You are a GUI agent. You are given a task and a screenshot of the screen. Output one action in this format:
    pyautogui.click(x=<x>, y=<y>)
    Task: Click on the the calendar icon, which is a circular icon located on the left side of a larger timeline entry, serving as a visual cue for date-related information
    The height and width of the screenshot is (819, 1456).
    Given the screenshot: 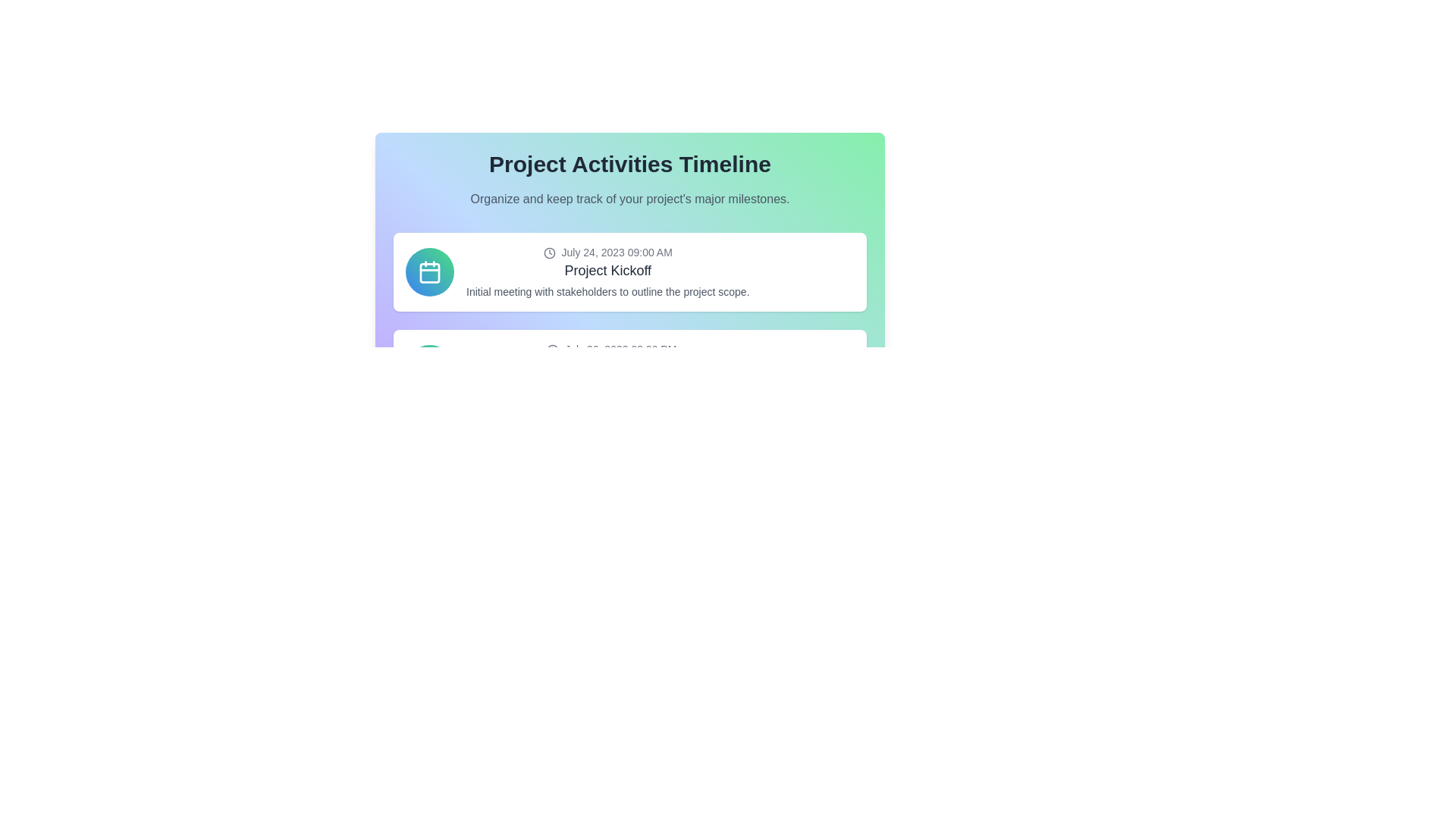 What is the action you would take?
    pyautogui.click(x=428, y=271)
    